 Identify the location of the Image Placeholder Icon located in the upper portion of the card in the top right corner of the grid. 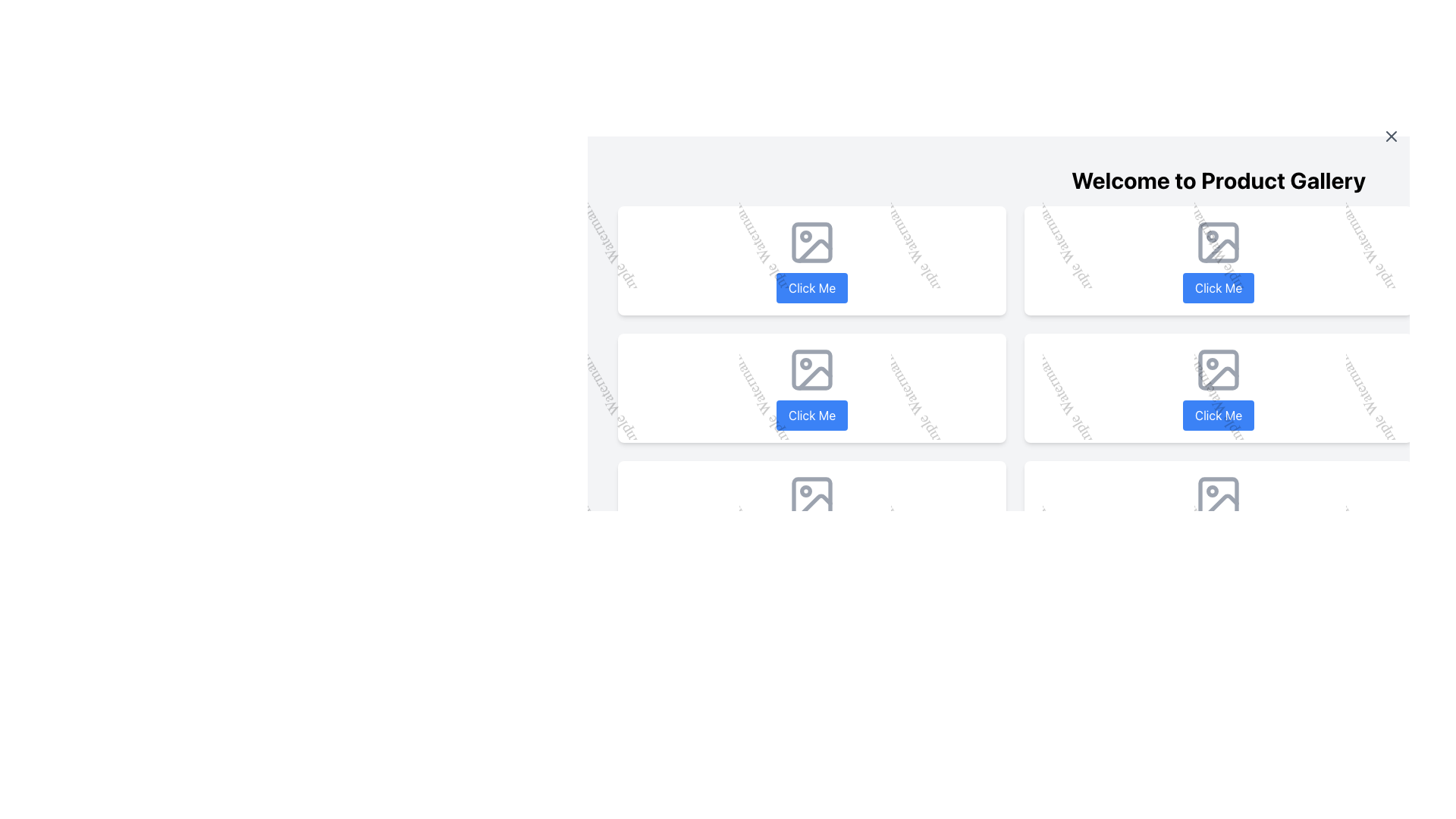
(1219, 242).